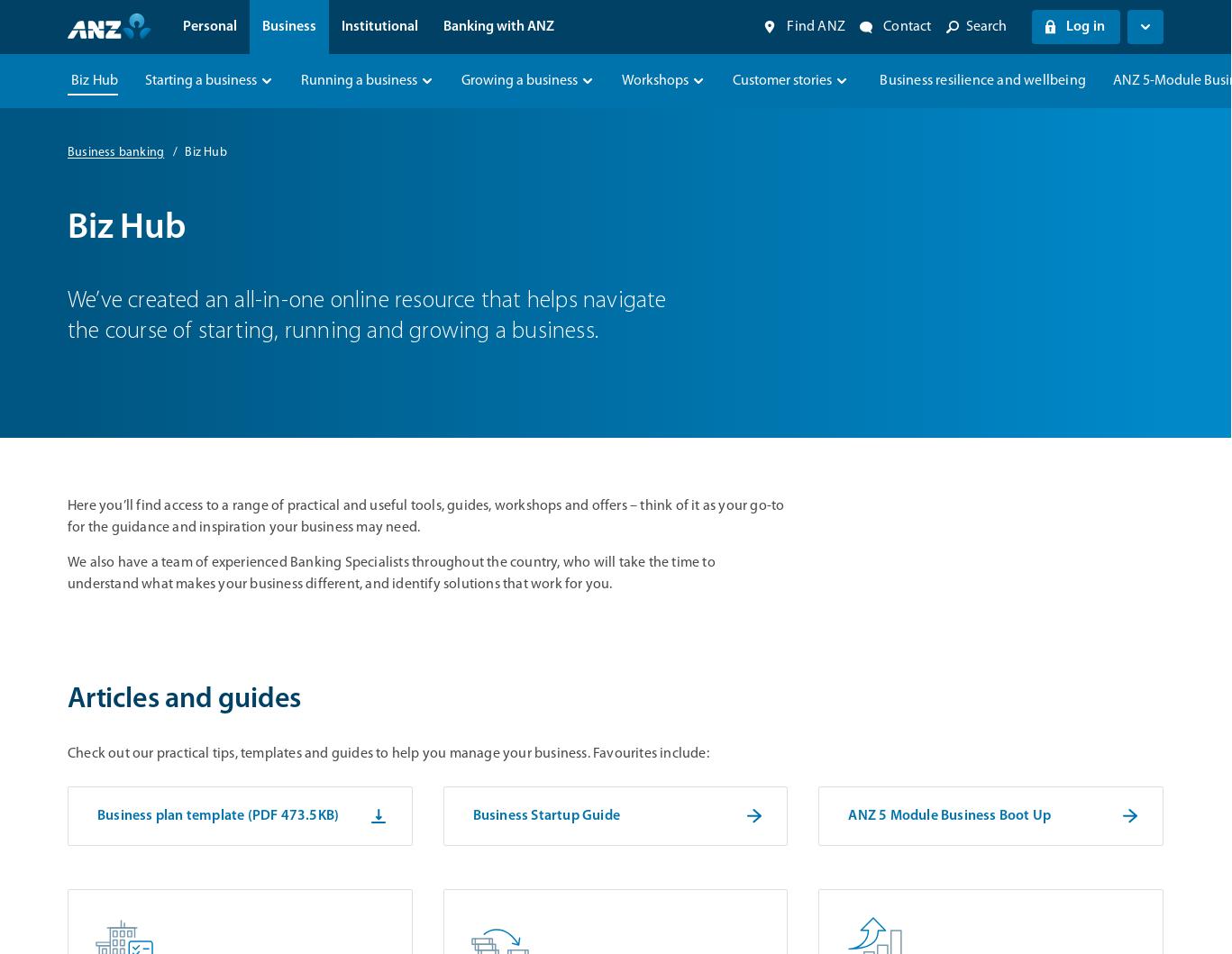 Image resolution: width=1232 pixels, height=954 pixels. Describe the element at coordinates (630, 197) in the screenshot. I see `'Manage your business banking'` at that location.